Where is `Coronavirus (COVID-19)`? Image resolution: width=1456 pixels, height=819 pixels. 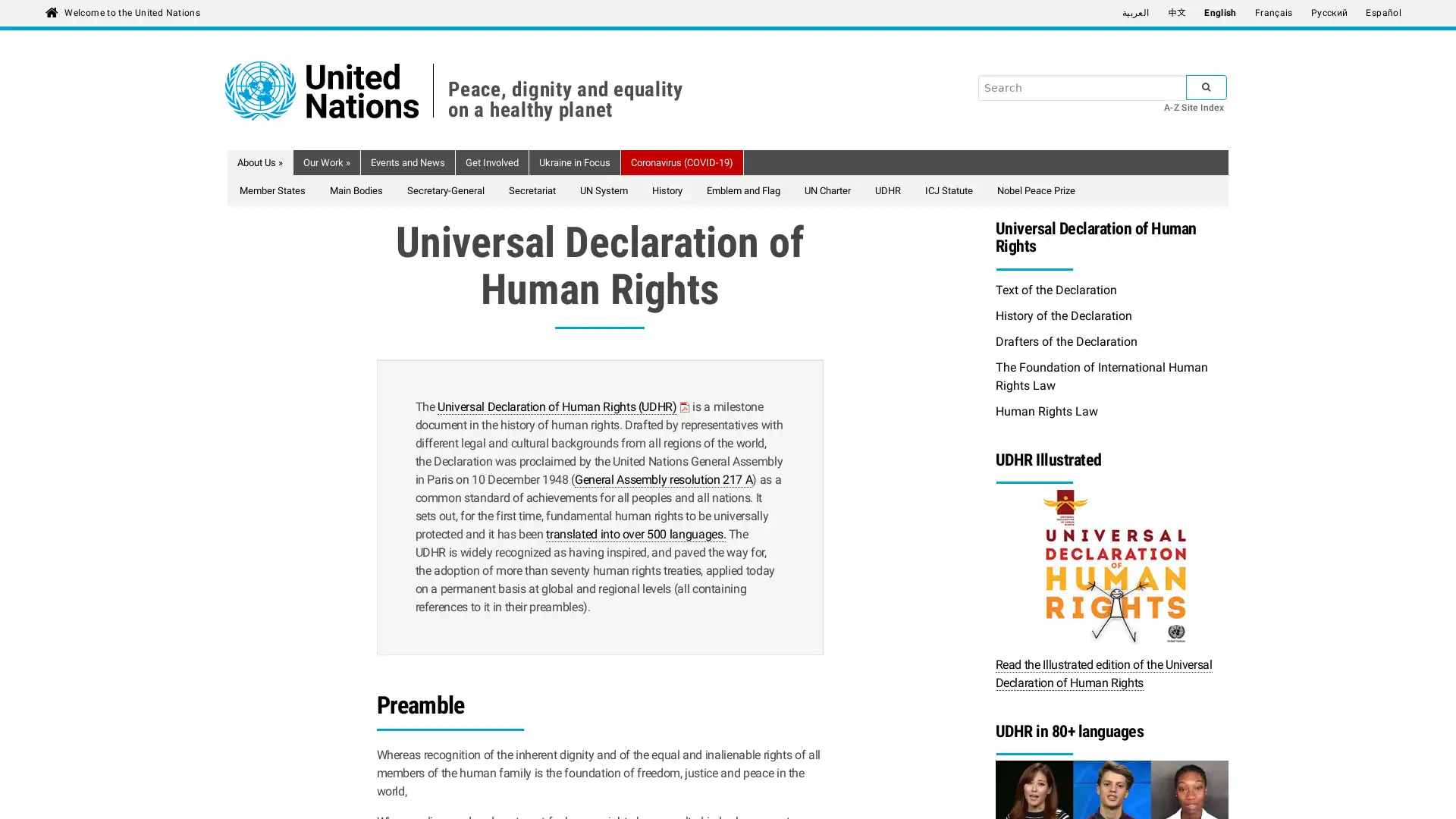
Coronavirus (COVID-19) is located at coordinates (682, 162).